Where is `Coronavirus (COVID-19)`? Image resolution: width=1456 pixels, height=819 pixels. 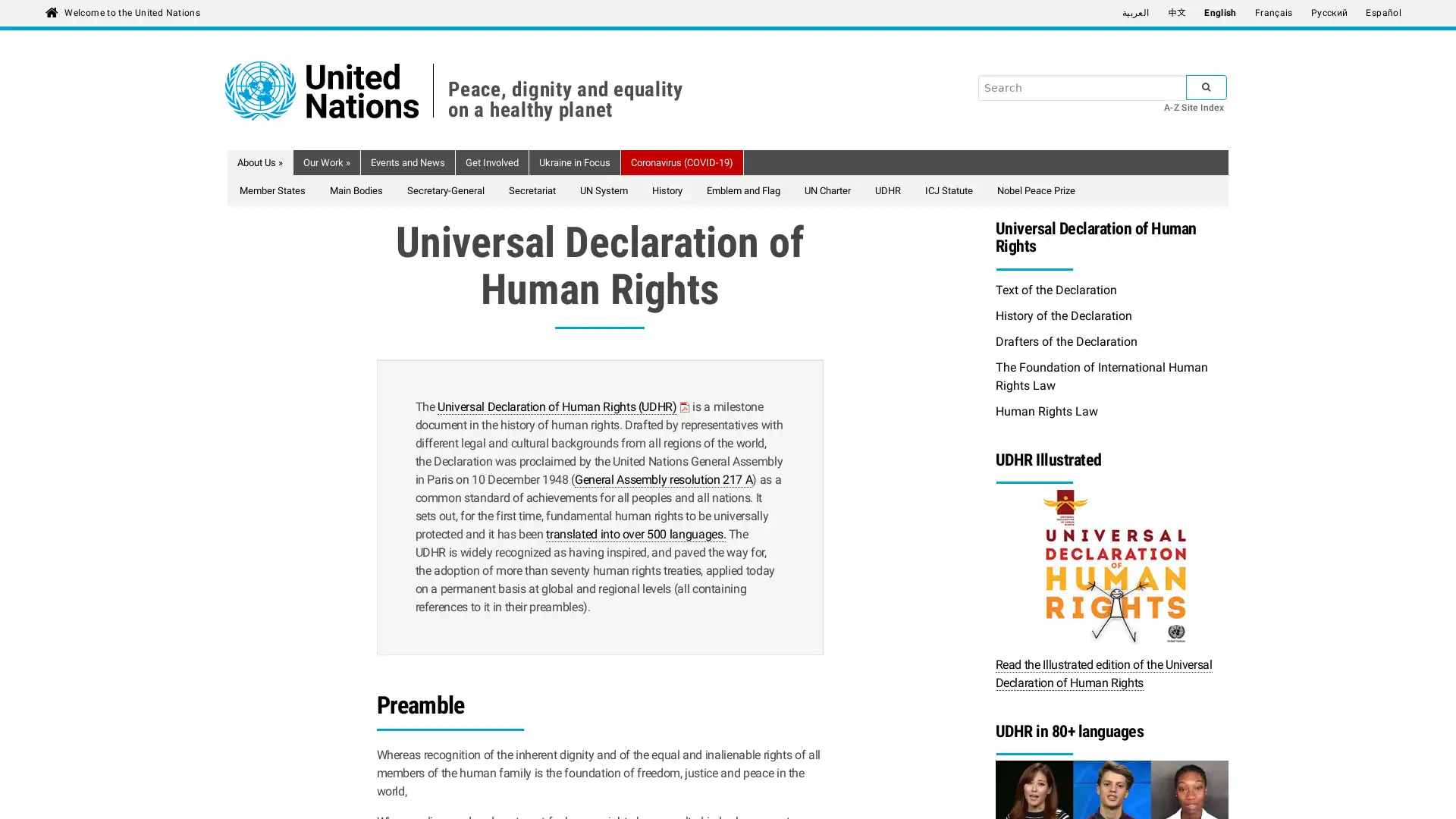
Coronavirus (COVID-19) is located at coordinates (682, 162).